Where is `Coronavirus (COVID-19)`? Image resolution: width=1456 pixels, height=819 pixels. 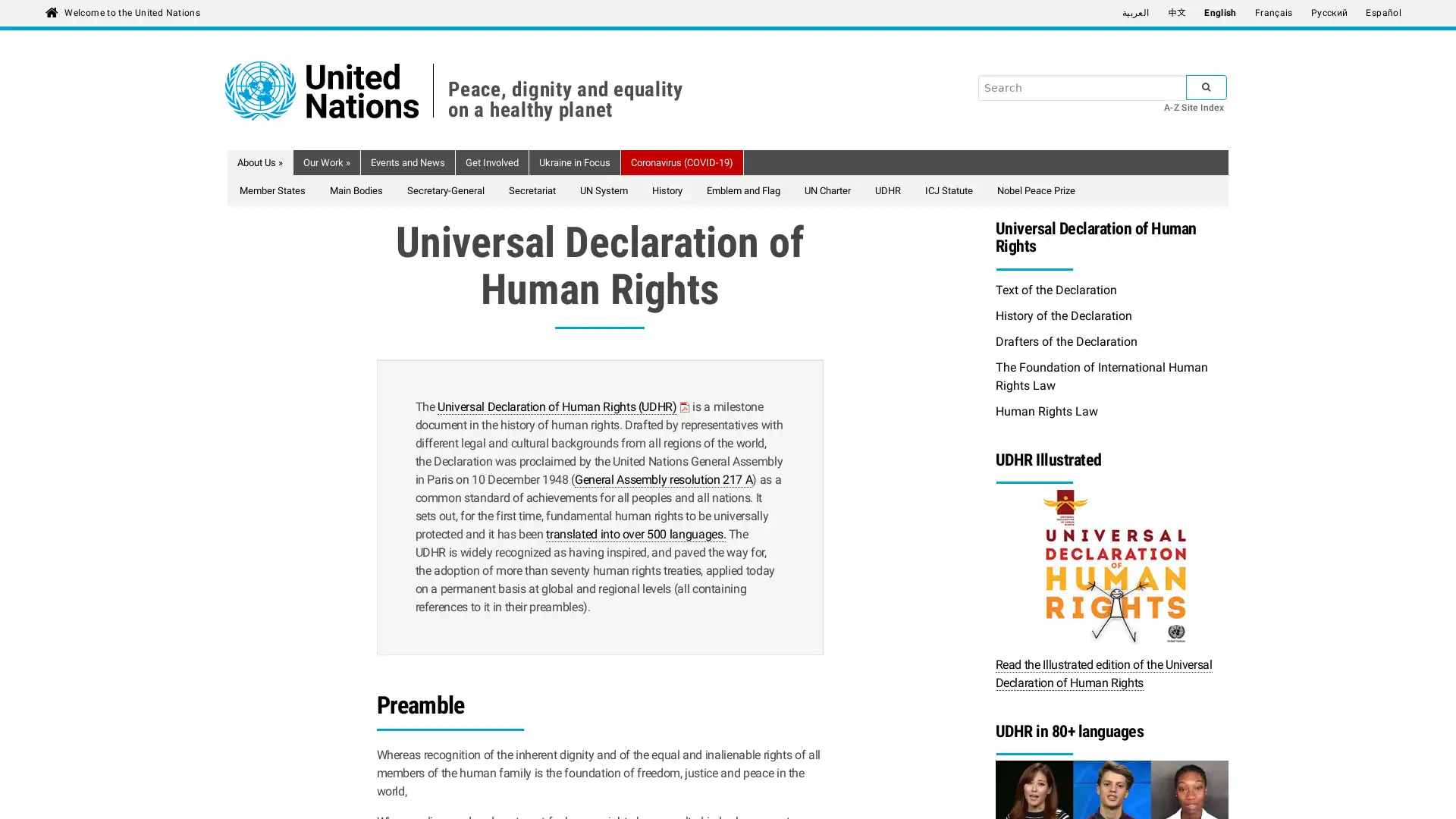
Coronavirus (COVID-19) is located at coordinates (682, 162).